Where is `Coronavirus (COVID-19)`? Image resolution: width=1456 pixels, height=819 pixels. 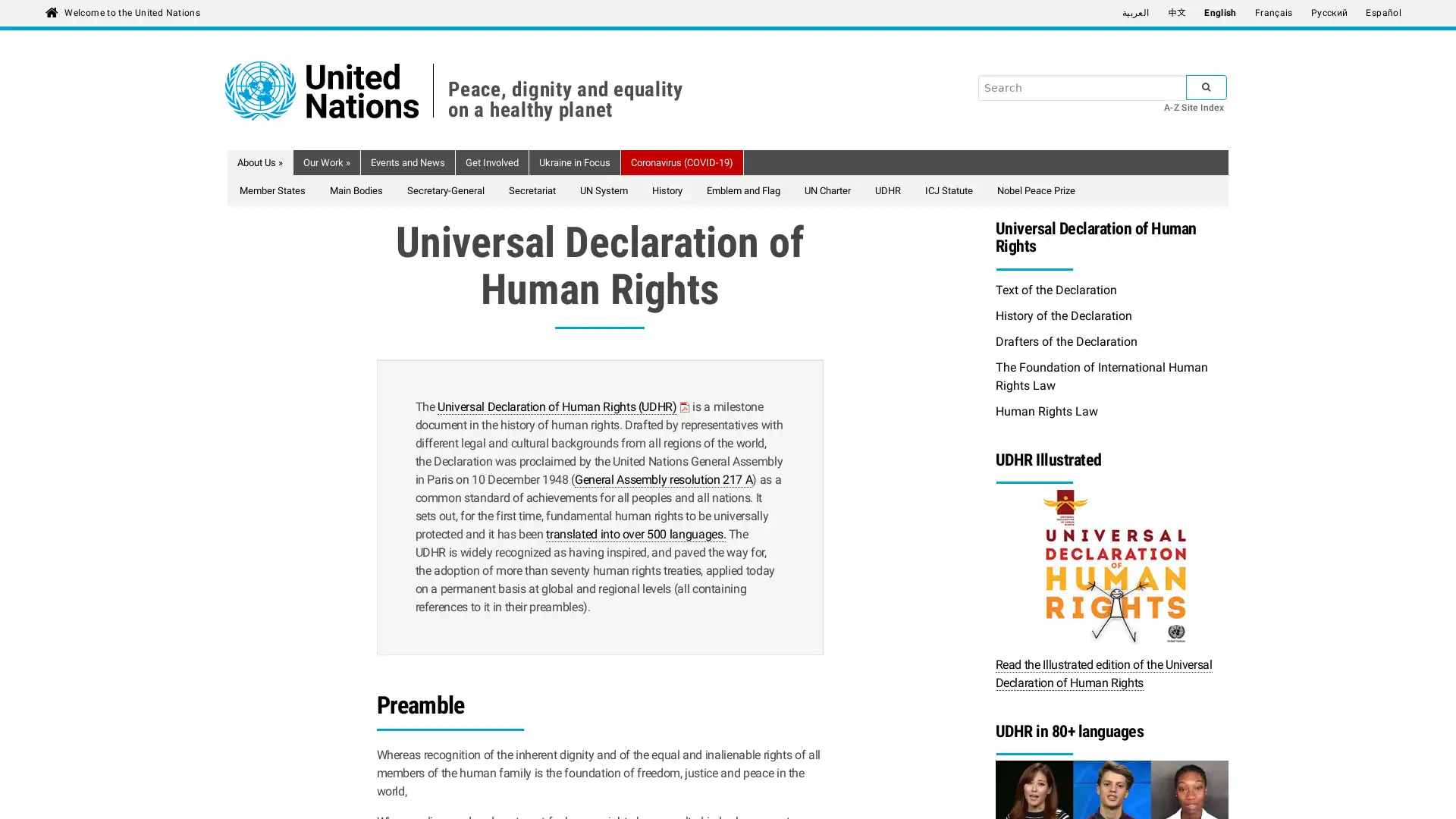
Coronavirus (COVID-19) is located at coordinates (682, 162).